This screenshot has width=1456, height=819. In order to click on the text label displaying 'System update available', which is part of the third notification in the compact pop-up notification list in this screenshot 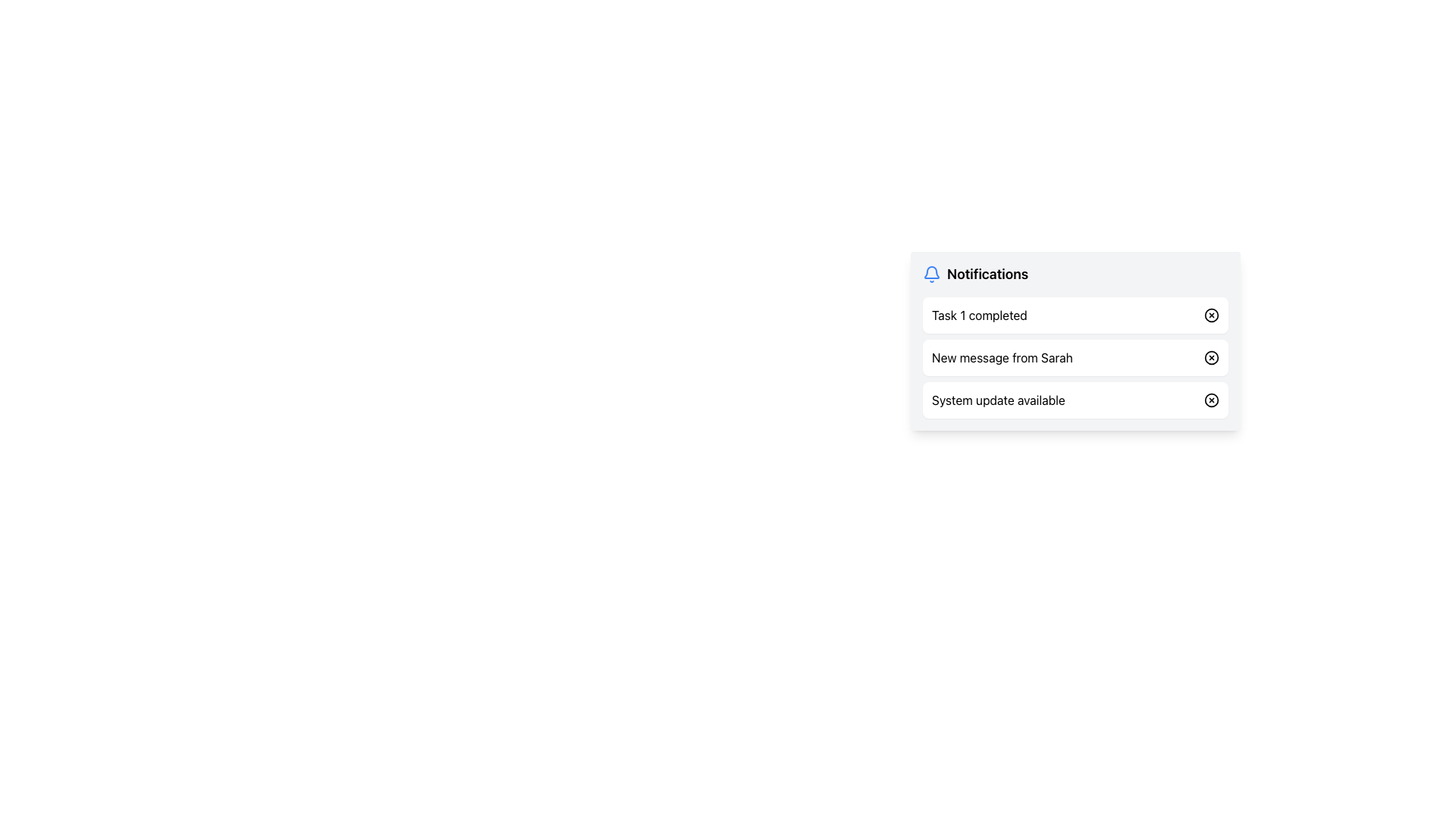, I will do `click(998, 400)`.